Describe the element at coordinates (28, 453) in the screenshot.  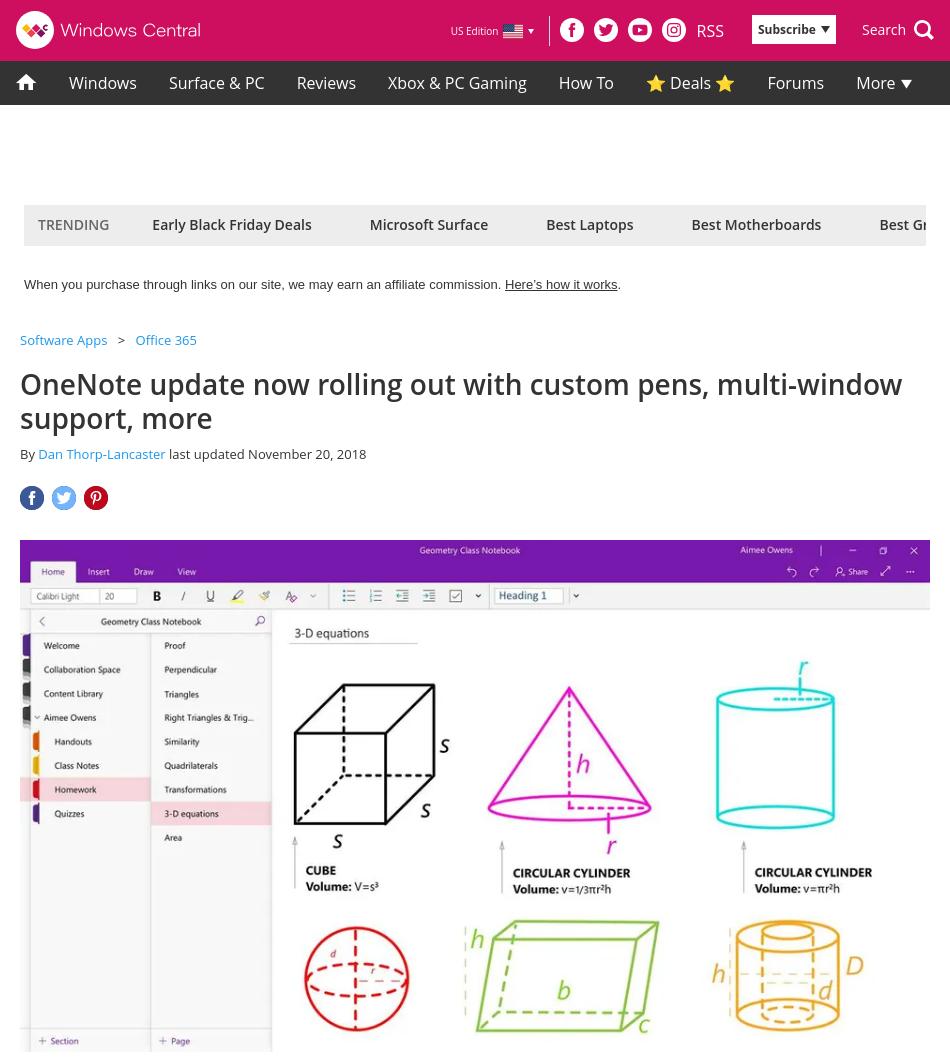
I see `'By'` at that location.